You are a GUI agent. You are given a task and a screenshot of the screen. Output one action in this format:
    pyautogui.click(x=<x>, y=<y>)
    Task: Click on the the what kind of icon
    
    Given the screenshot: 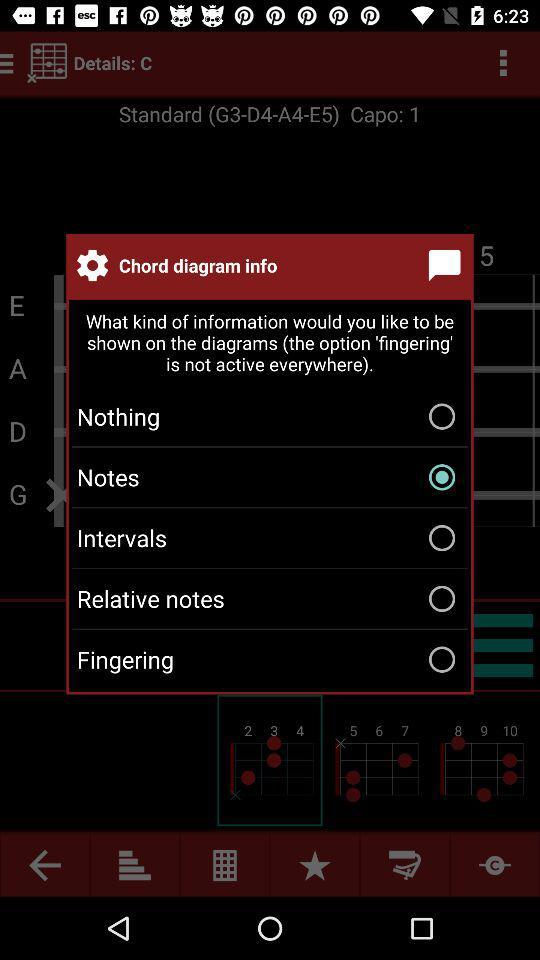 What is the action you would take?
    pyautogui.click(x=270, y=344)
    